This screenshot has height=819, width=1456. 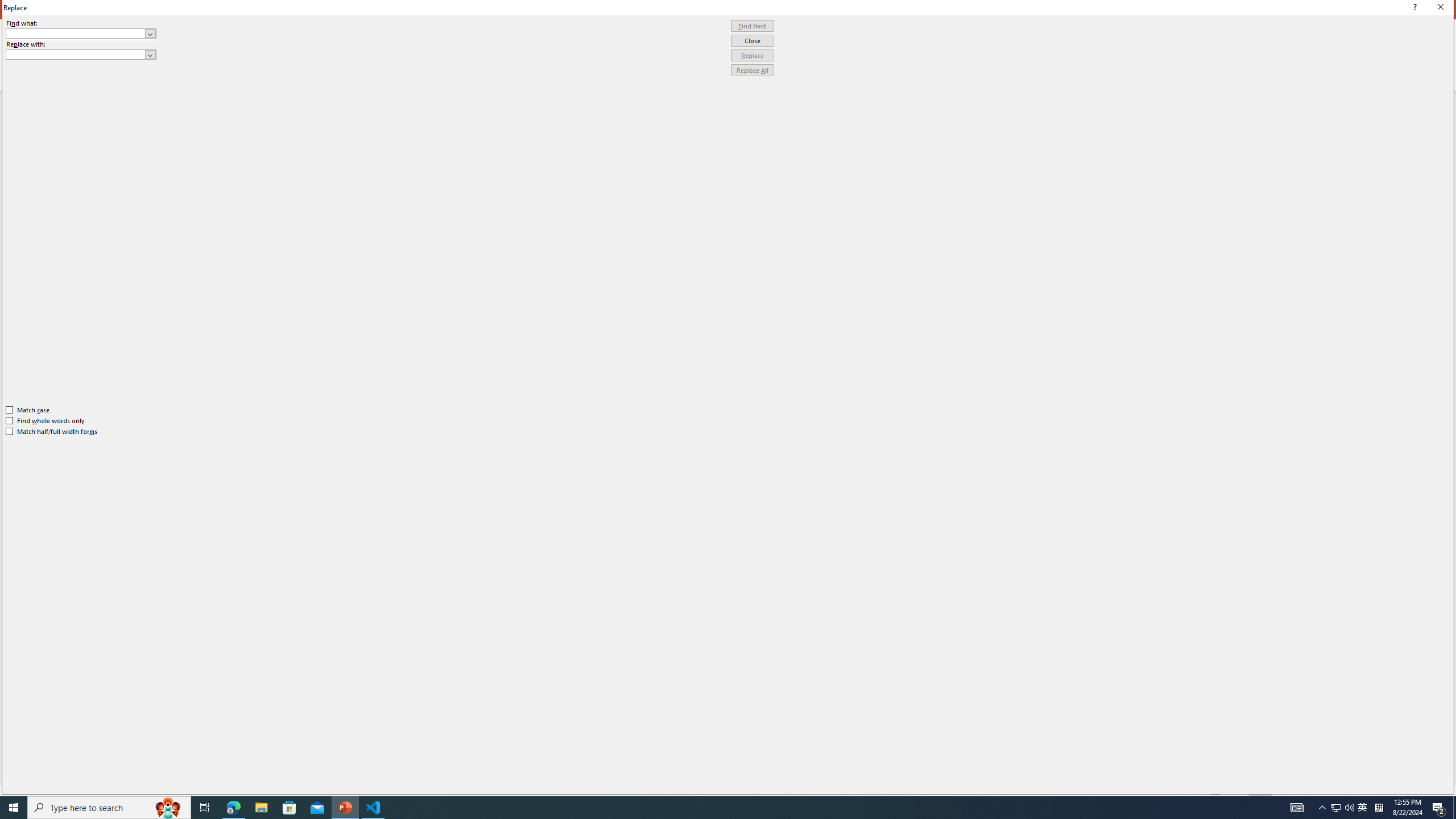 I want to click on 'Find what', so click(x=76, y=33).